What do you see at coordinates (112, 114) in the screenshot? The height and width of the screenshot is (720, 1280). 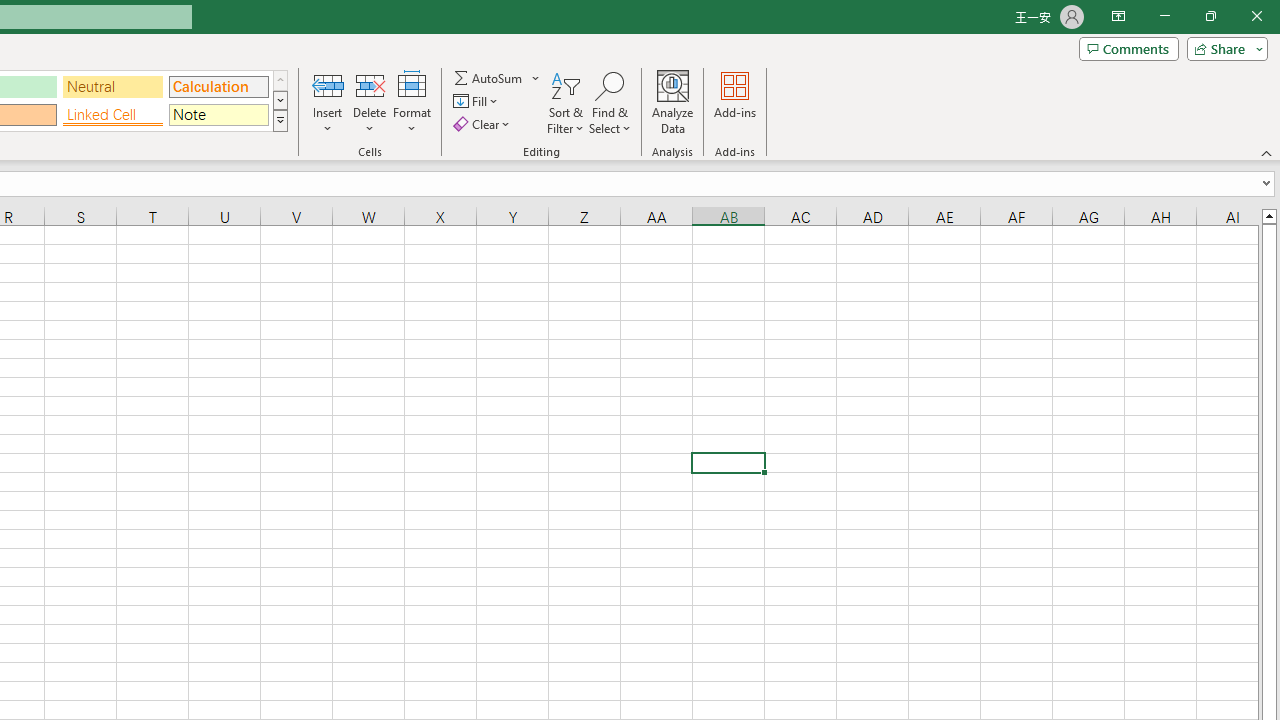 I see `'Linked Cell'` at bounding box center [112, 114].